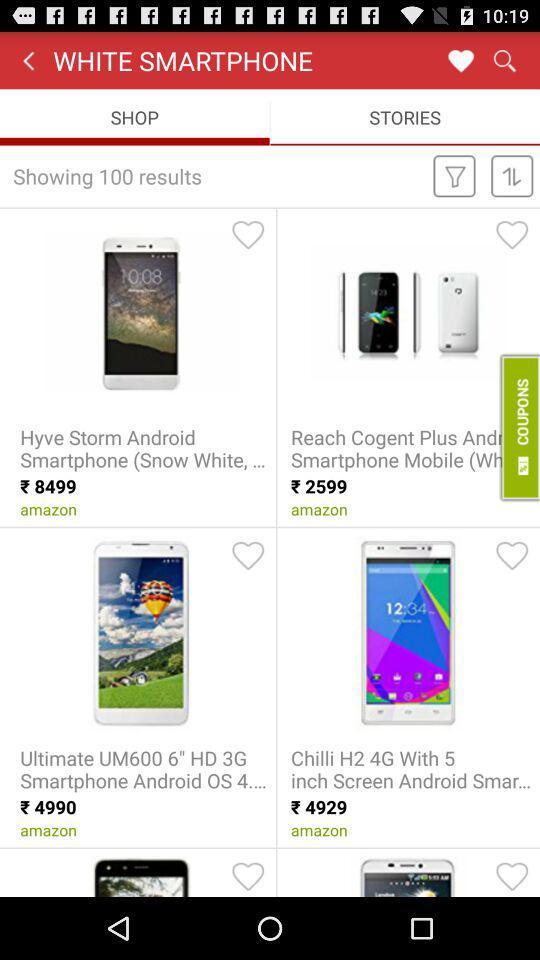 Image resolution: width=540 pixels, height=960 pixels. Describe the element at coordinates (248, 875) in the screenshot. I see `to add to favorite` at that location.